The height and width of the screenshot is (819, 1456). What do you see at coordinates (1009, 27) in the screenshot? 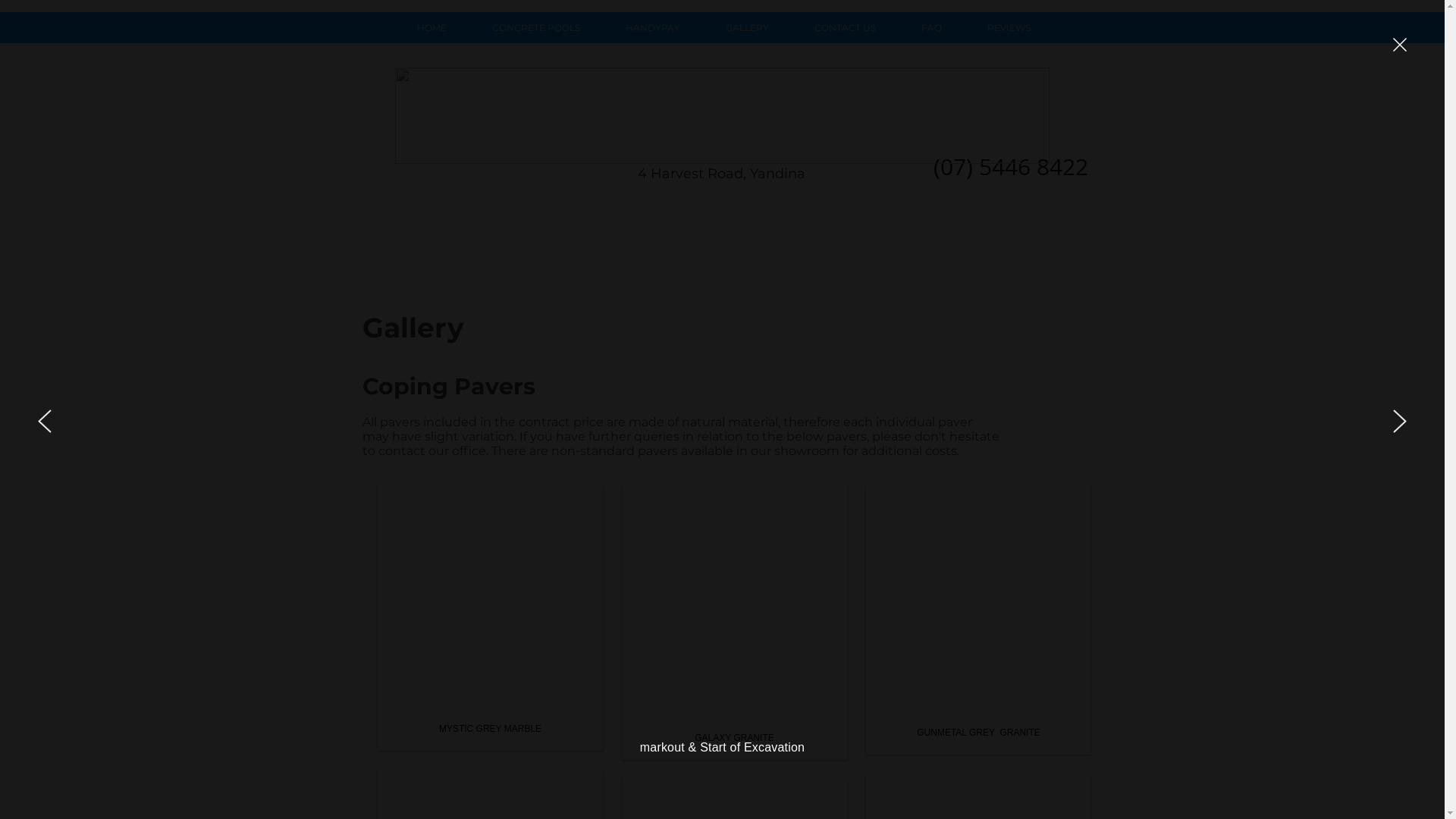
I see `'REVIEWS'` at bounding box center [1009, 27].